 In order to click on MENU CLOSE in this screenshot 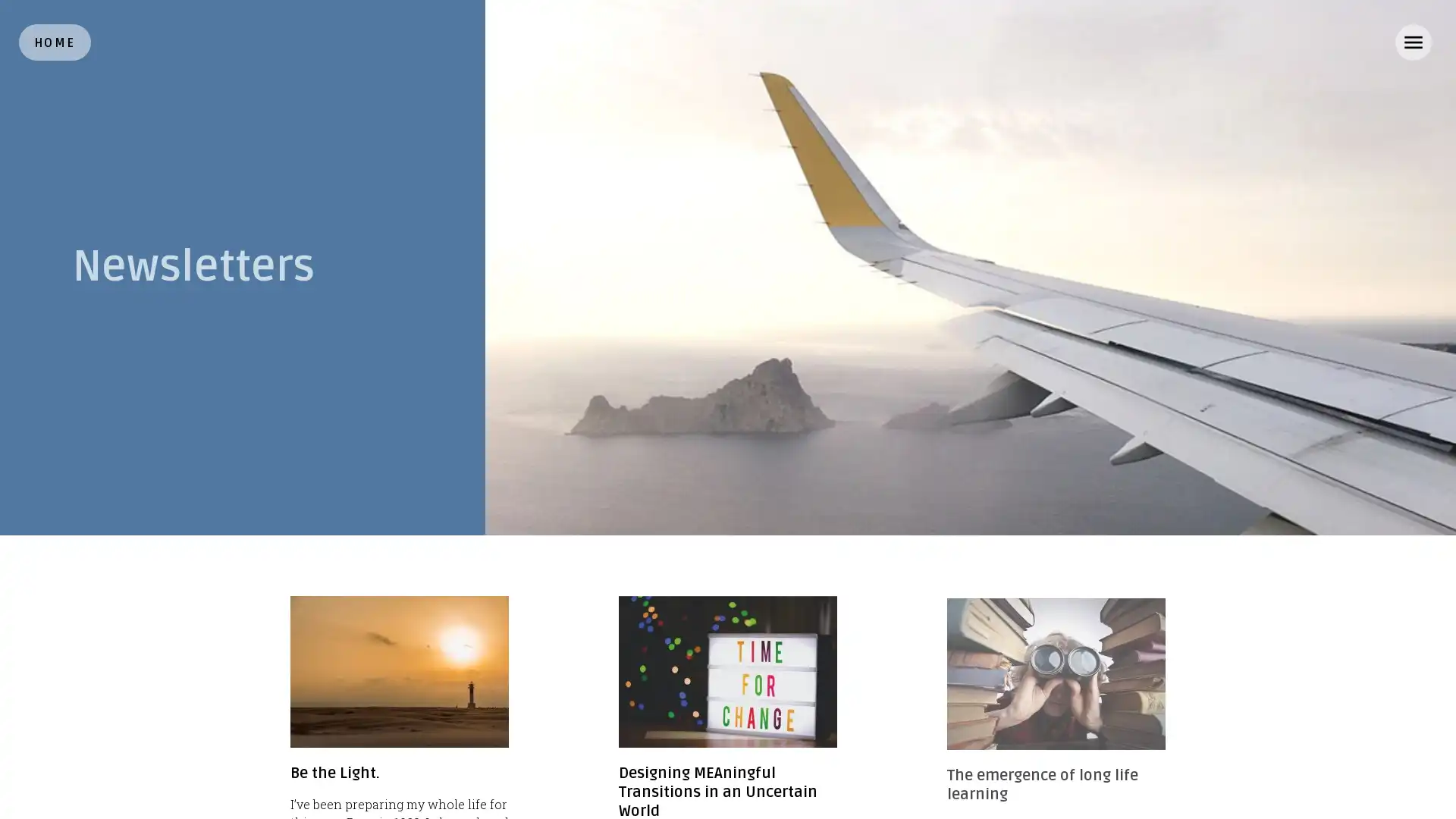, I will do `click(1412, 42)`.